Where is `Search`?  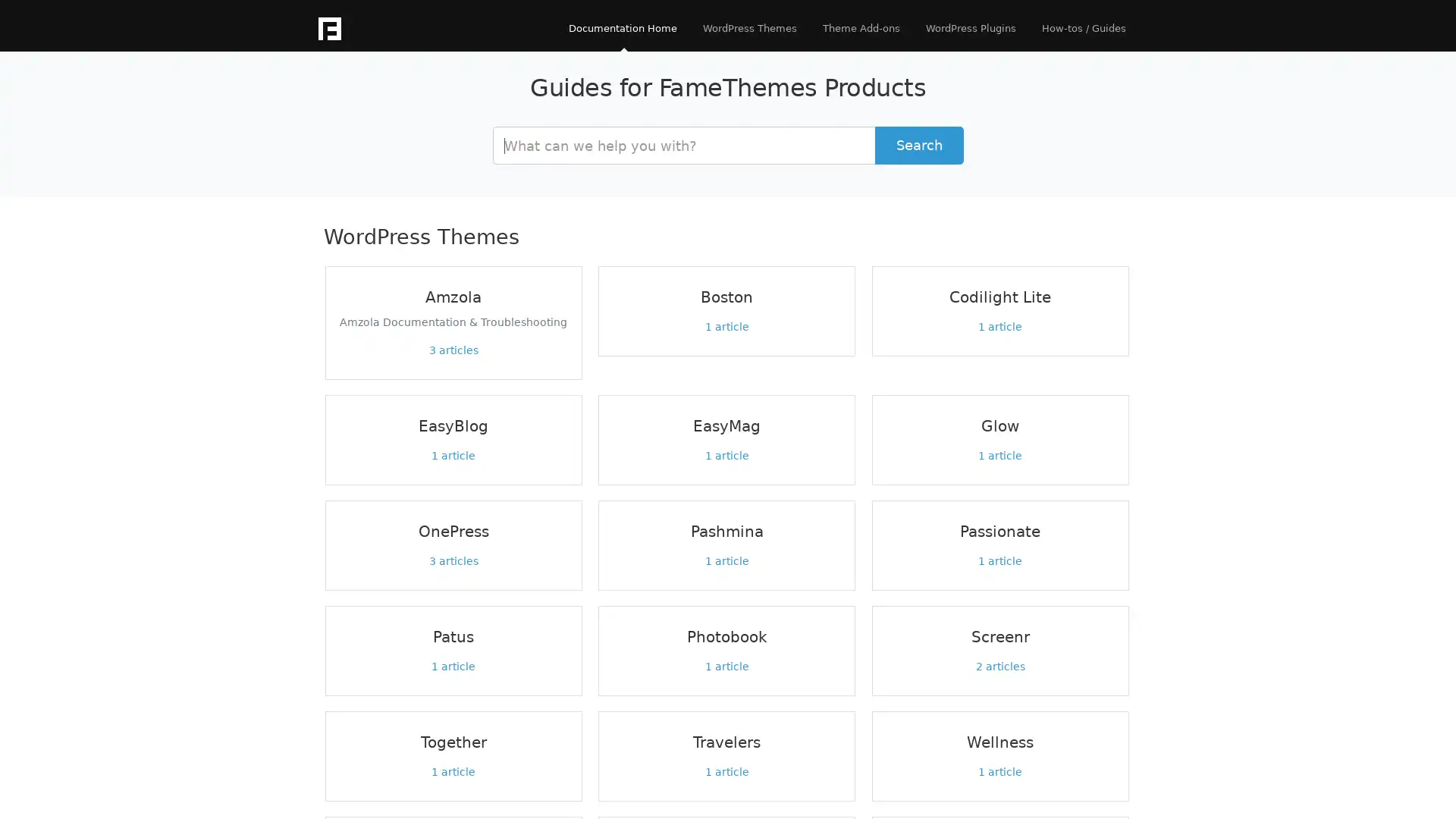 Search is located at coordinates (918, 146).